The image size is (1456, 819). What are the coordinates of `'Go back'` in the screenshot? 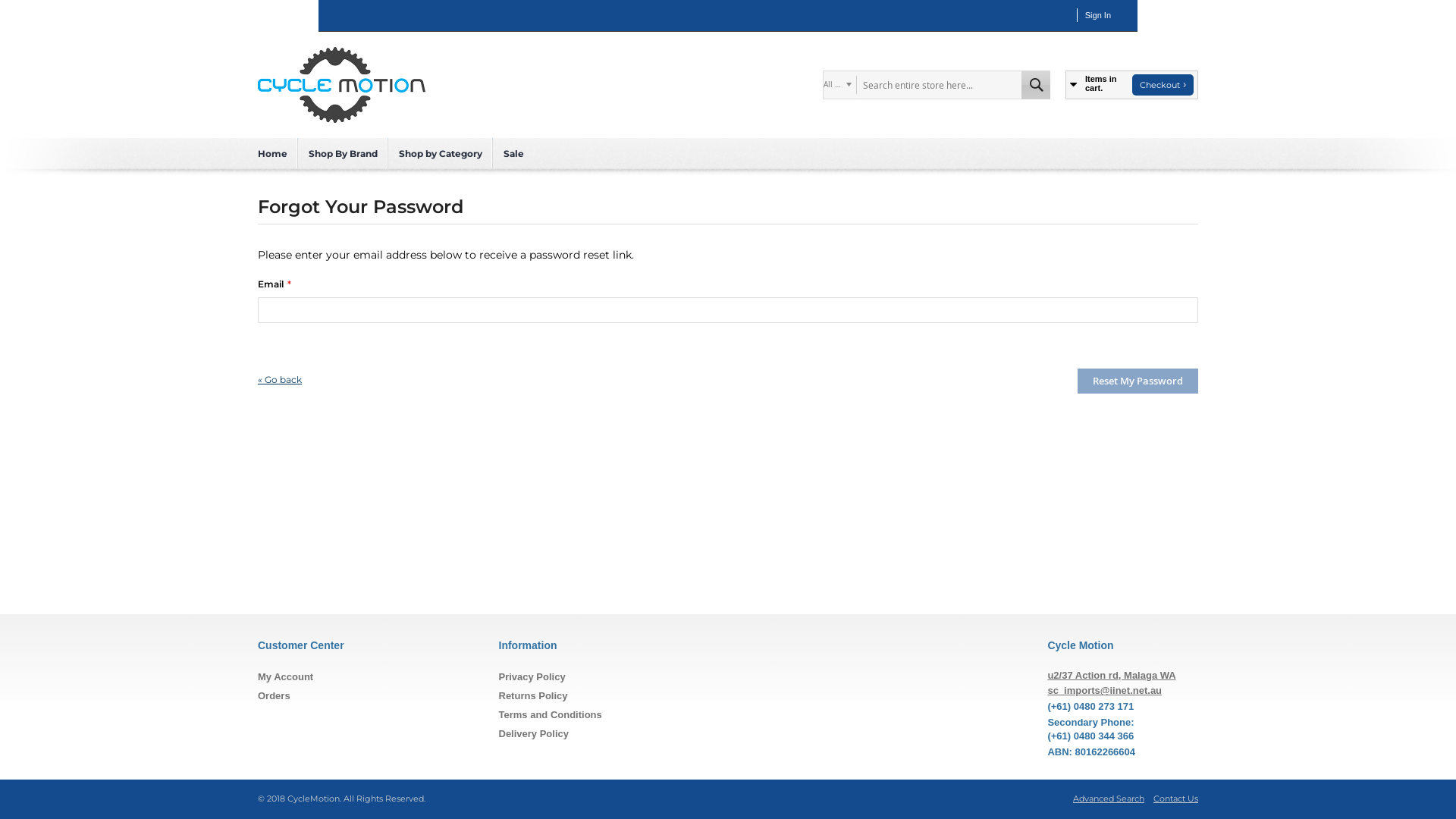 It's located at (280, 378).